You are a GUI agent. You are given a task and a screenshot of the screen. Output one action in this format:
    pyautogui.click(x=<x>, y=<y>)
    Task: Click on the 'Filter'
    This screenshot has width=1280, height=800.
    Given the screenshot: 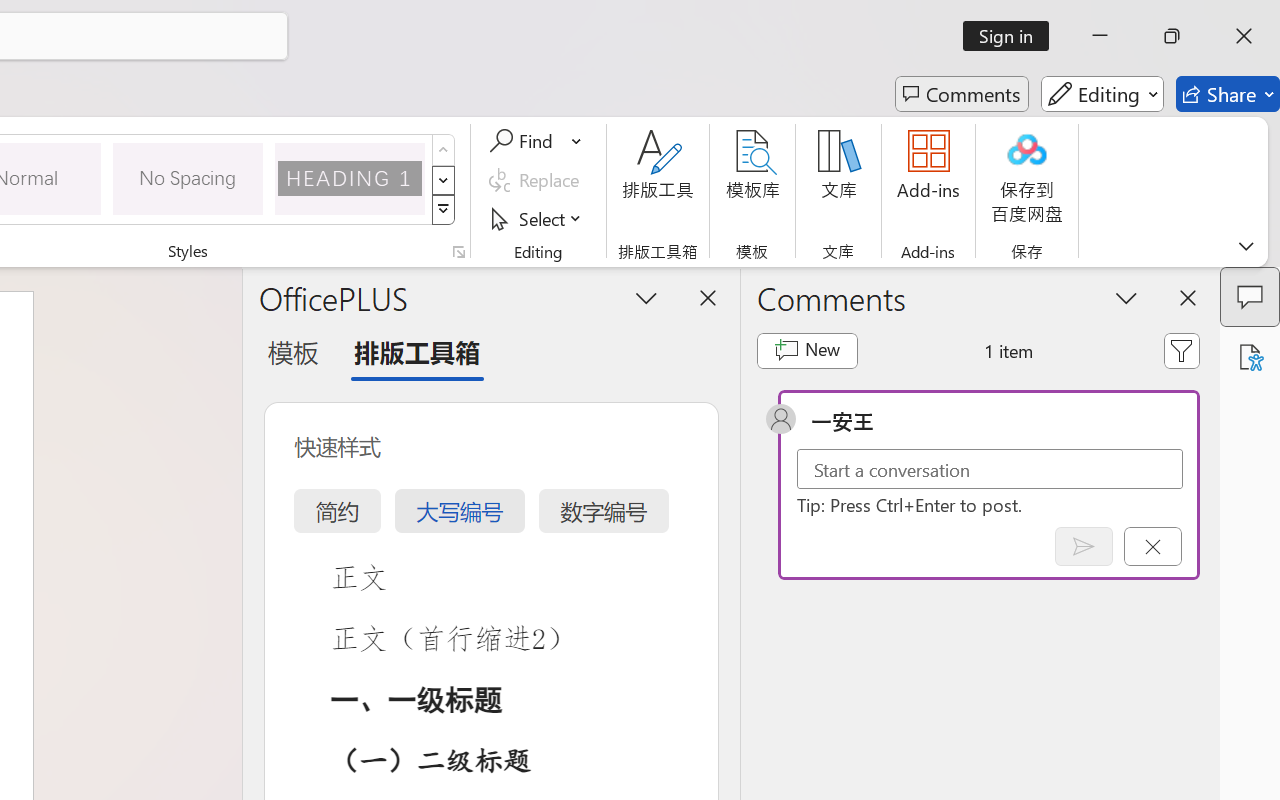 What is the action you would take?
    pyautogui.click(x=1182, y=350)
    